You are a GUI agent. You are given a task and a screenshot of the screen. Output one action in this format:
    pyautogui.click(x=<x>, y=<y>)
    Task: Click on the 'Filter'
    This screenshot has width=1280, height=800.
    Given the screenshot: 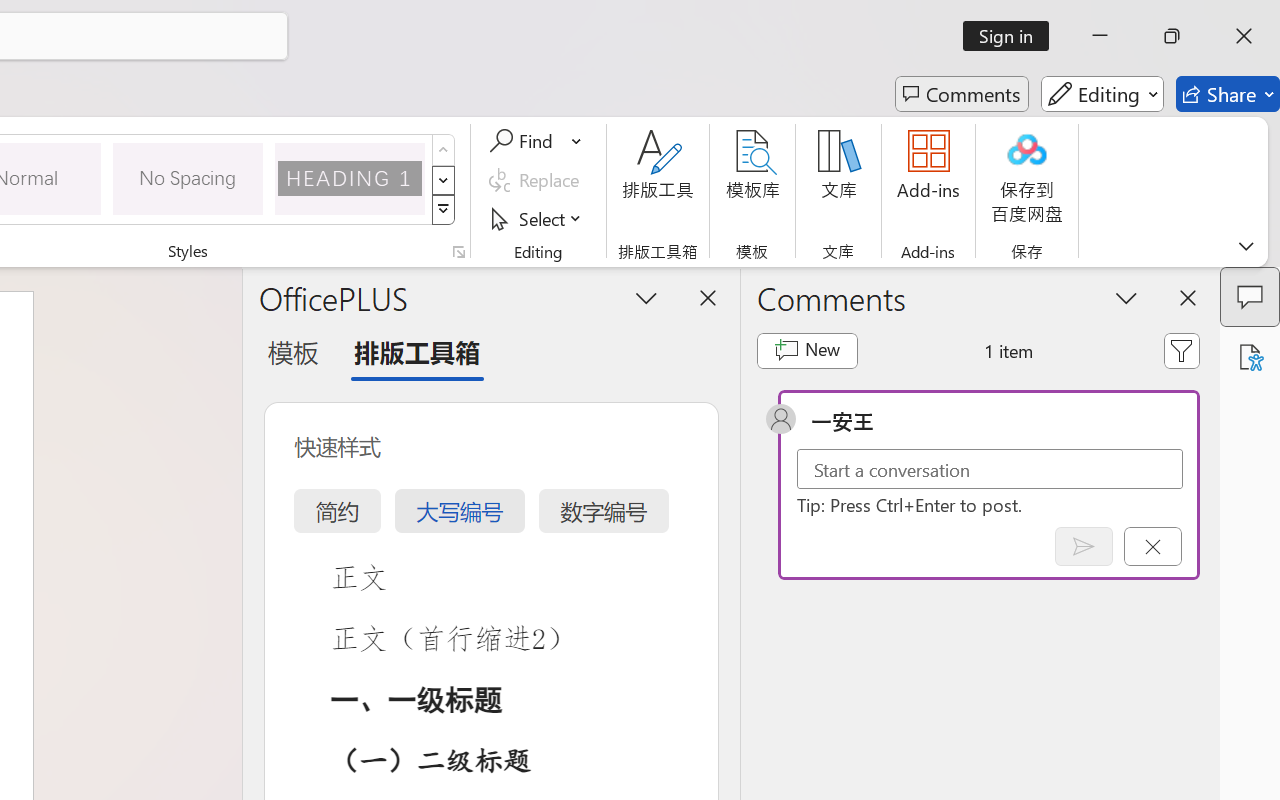 What is the action you would take?
    pyautogui.click(x=1182, y=350)
    